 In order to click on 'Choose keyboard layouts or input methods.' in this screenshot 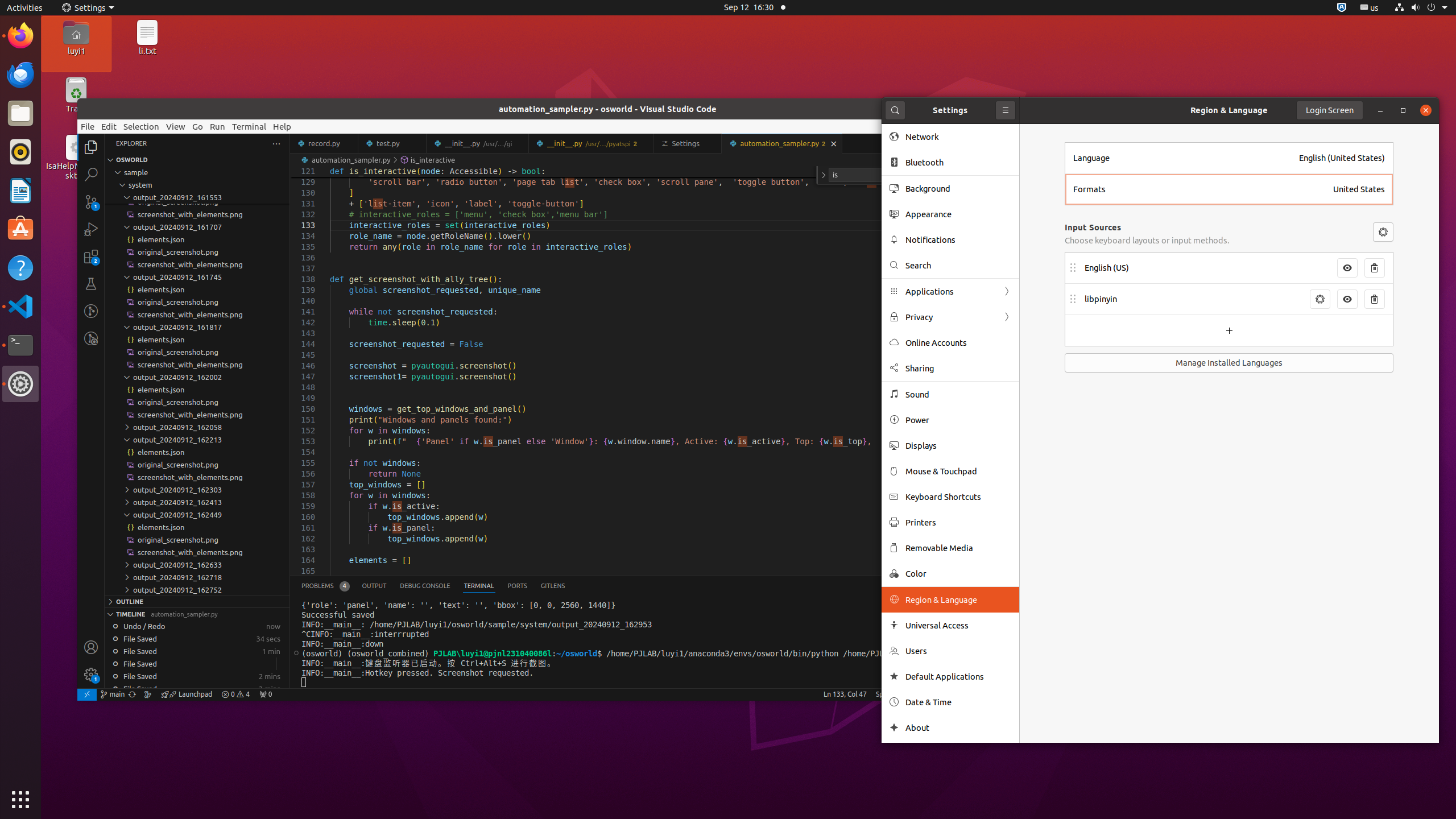, I will do `click(1147, 239)`.